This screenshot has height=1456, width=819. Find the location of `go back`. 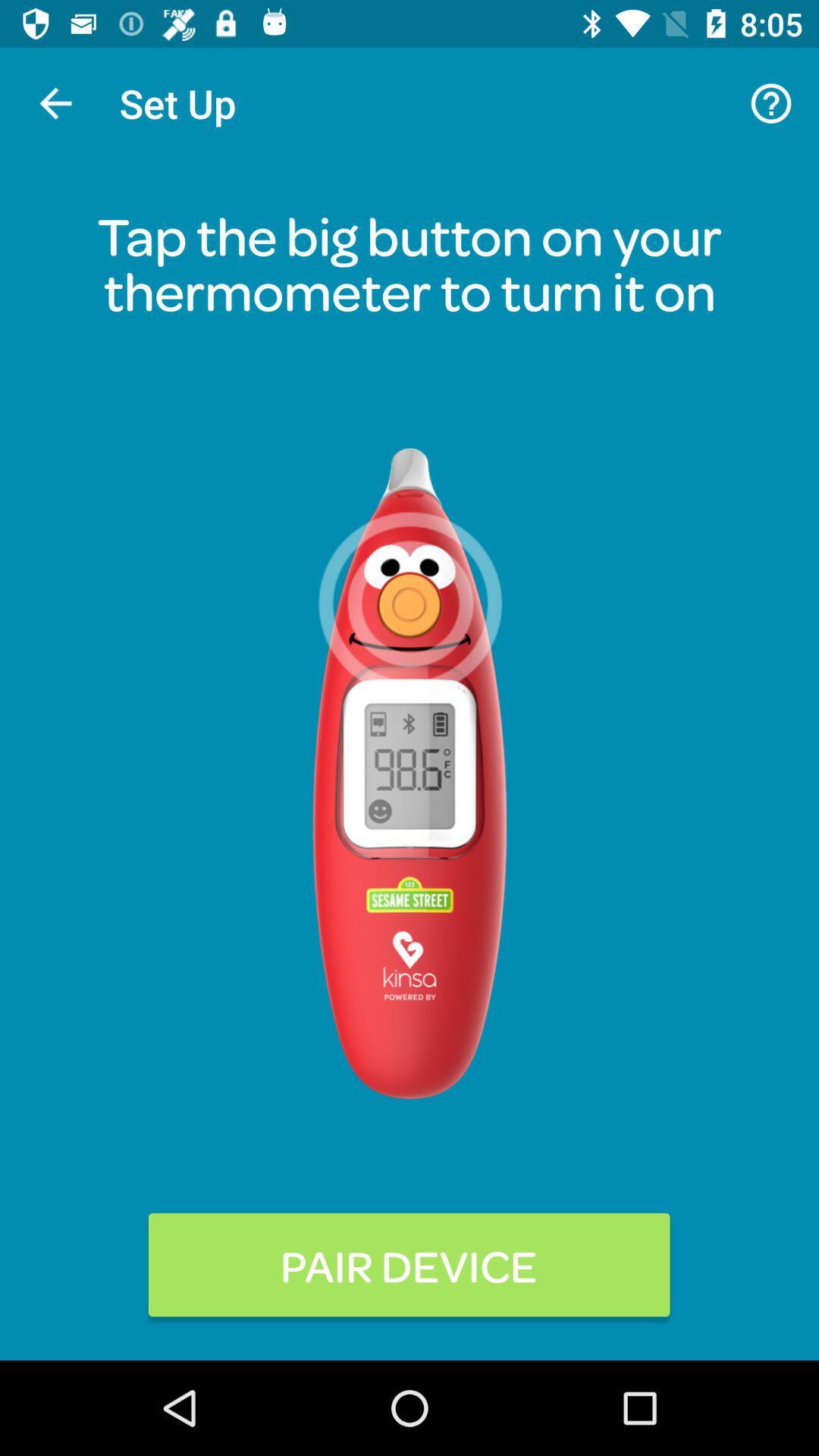

go back is located at coordinates (55, 102).